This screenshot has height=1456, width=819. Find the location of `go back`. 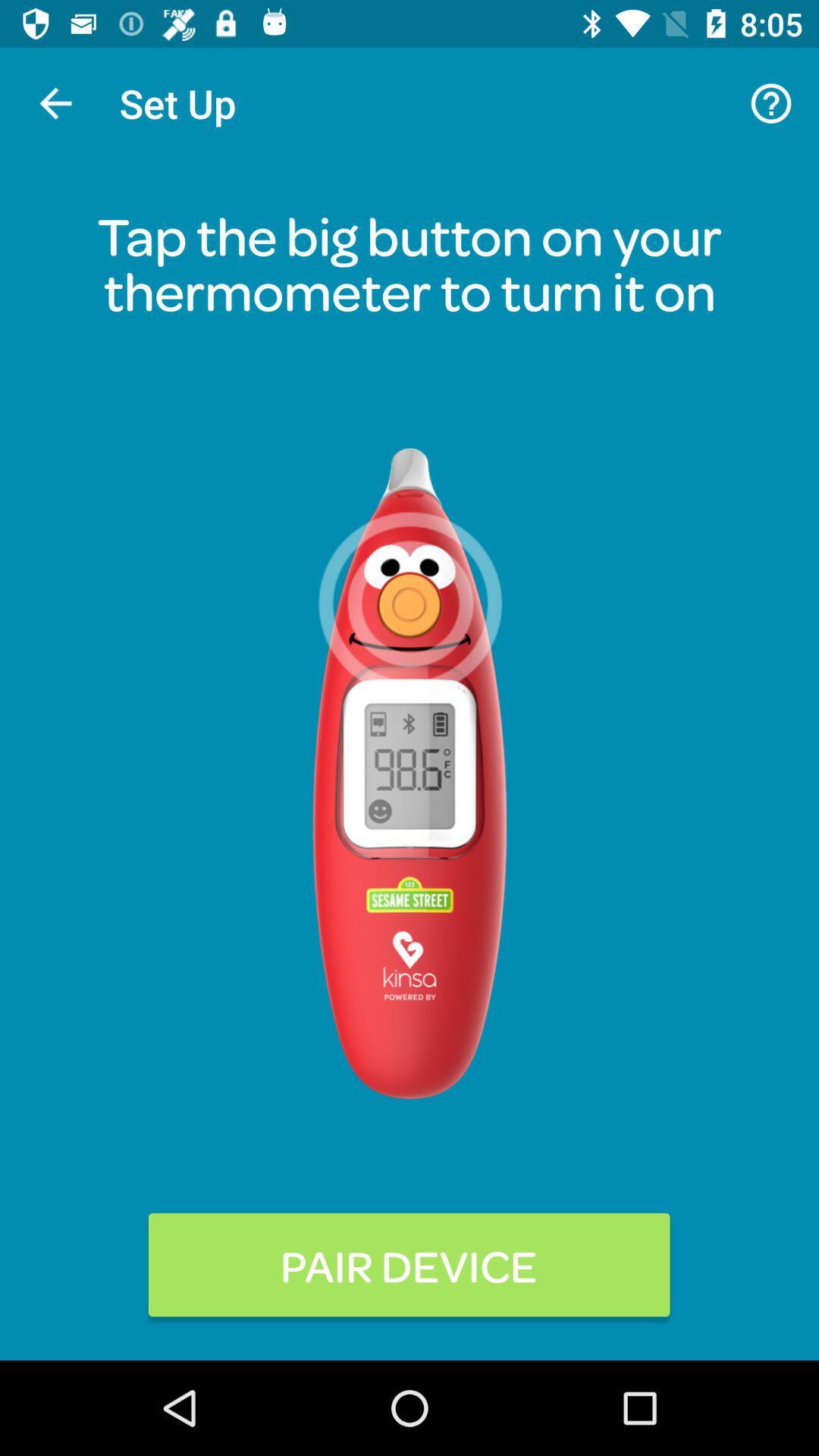

go back is located at coordinates (55, 102).